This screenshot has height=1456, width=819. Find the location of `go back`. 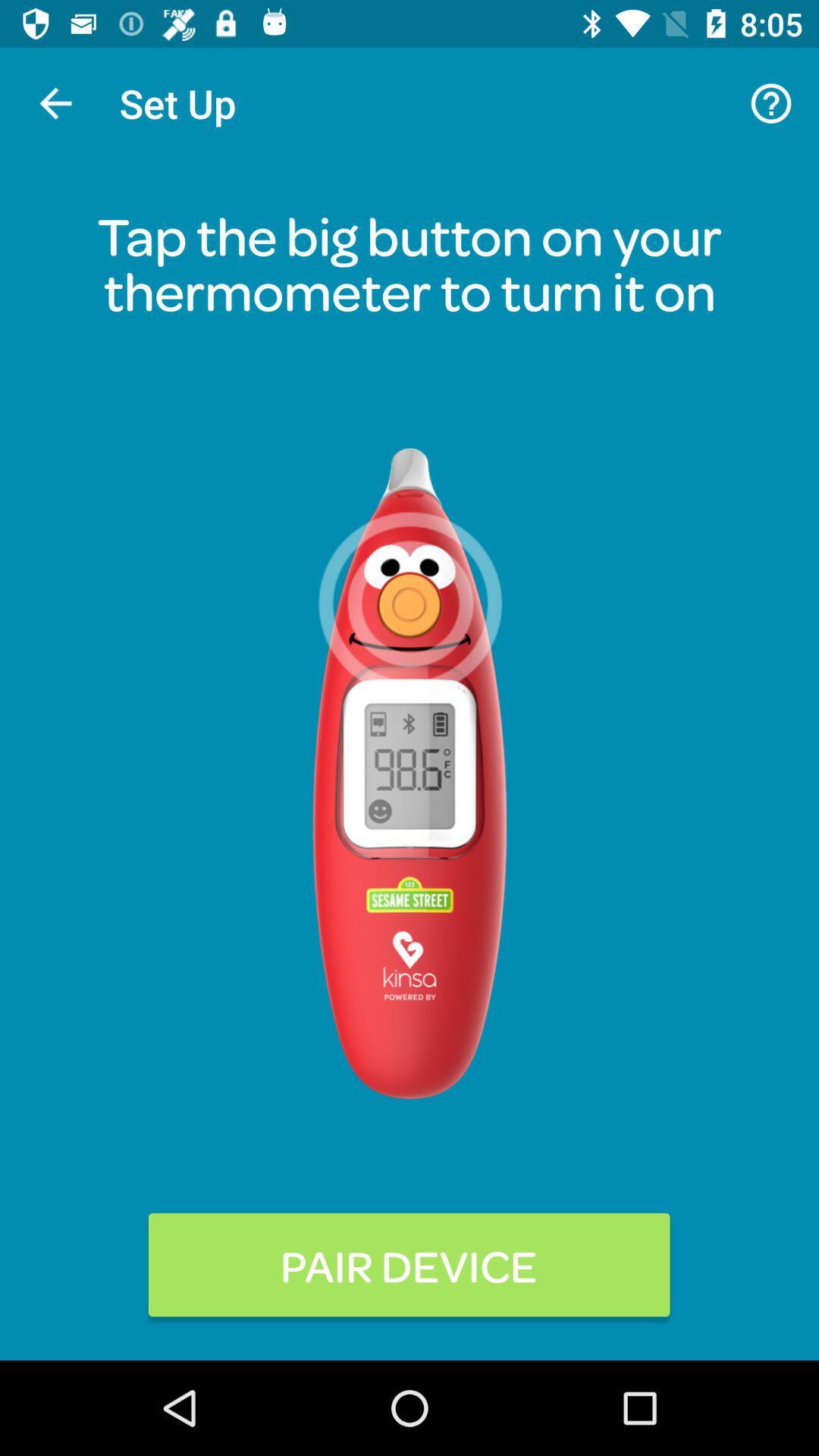

go back is located at coordinates (55, 102).